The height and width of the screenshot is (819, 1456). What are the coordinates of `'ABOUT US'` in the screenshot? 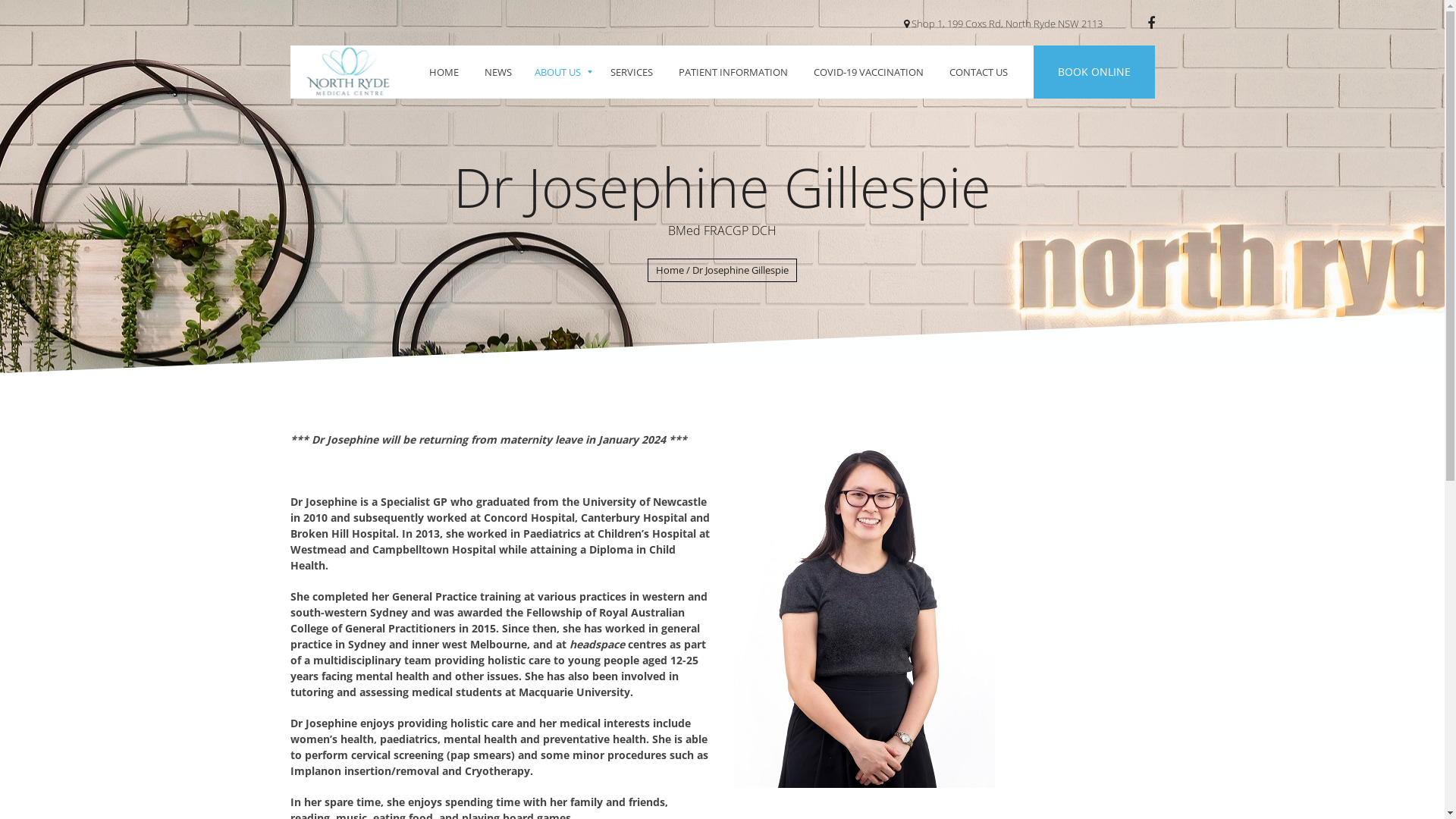 It's located at (560, 72).